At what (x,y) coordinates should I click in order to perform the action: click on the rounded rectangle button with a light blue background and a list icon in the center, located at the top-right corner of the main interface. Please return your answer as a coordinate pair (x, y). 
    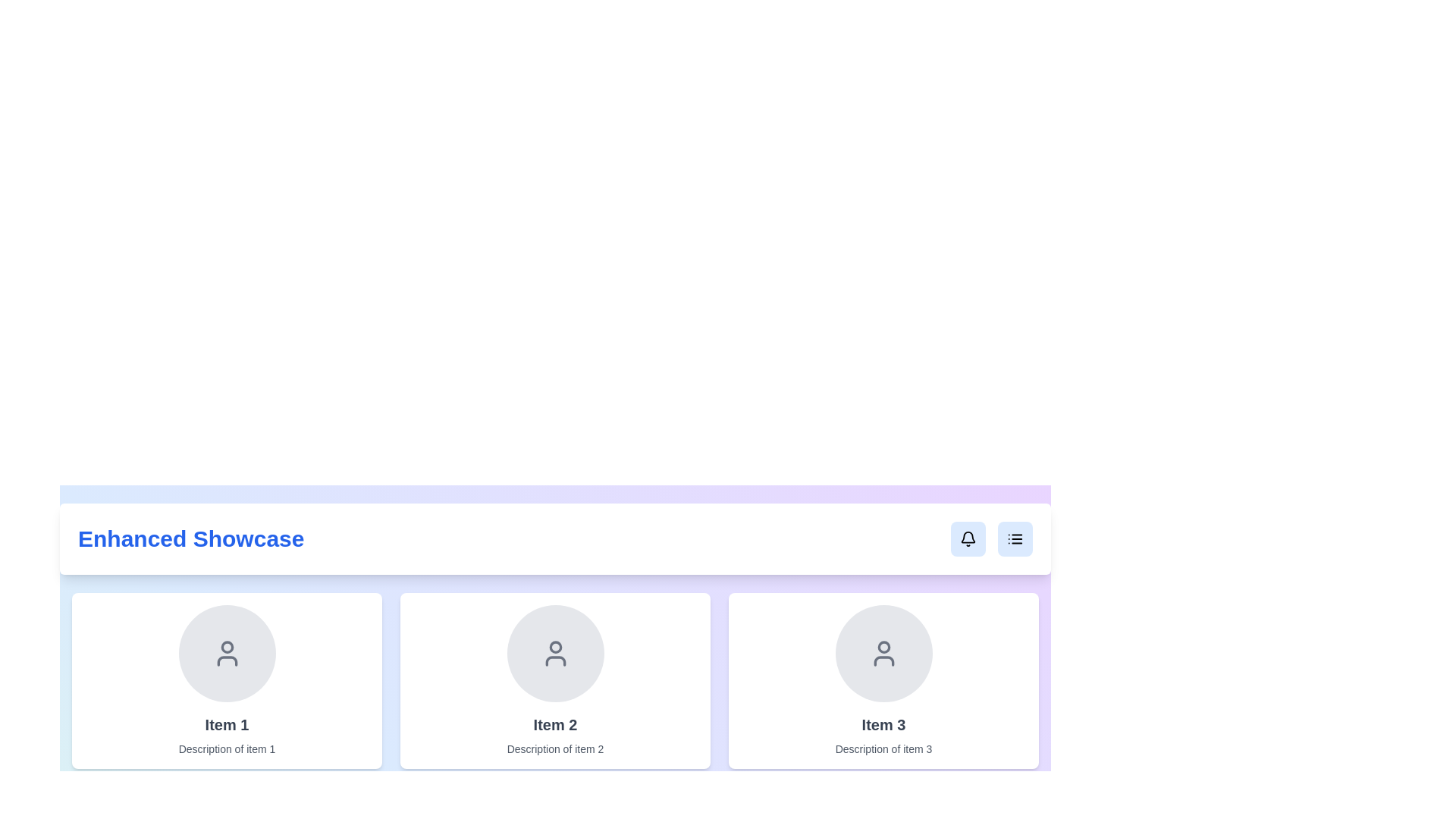
    Looking at the image, I should click on (1015, 538).